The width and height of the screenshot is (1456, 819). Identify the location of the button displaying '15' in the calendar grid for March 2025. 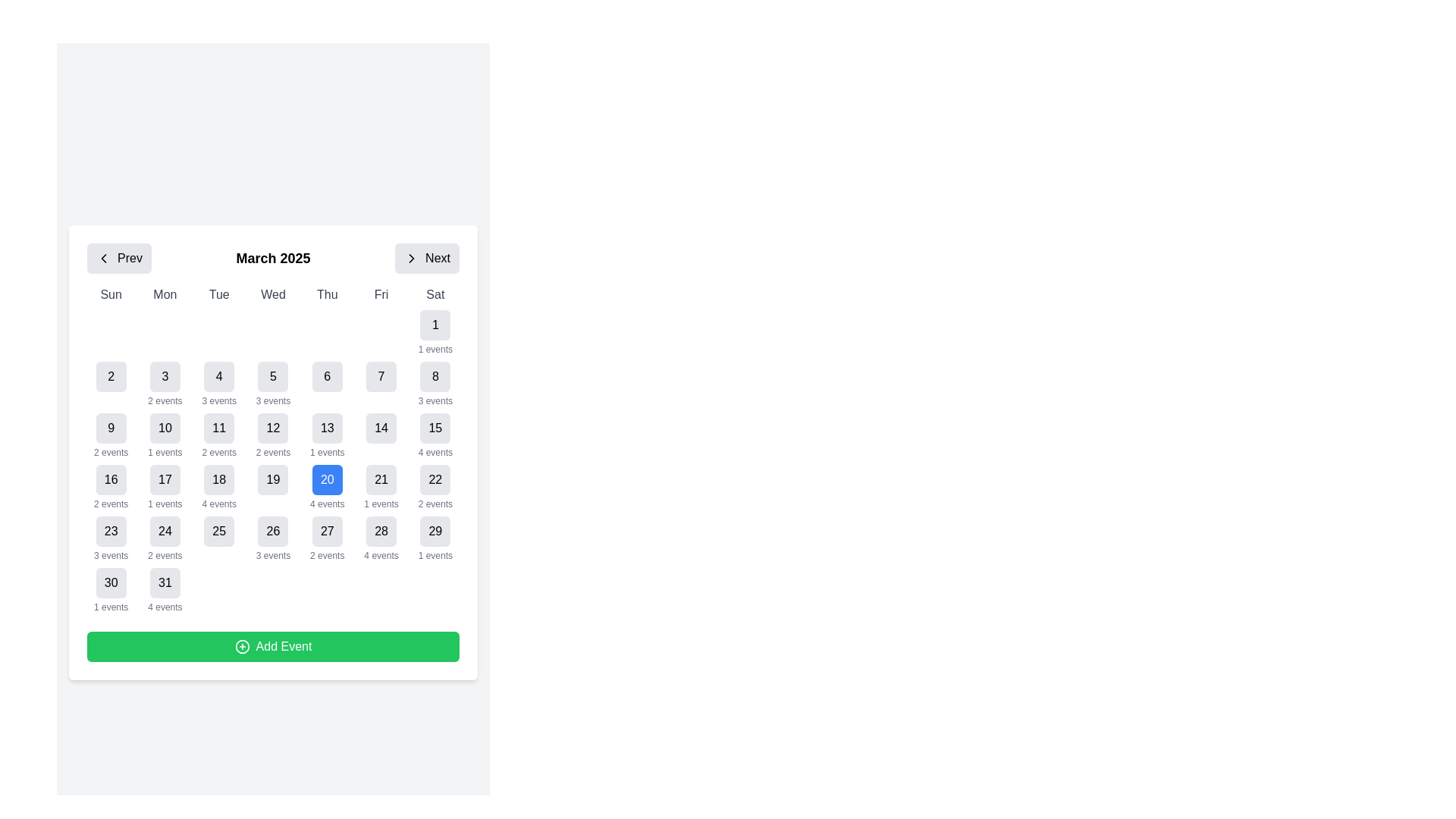
(435, 428).